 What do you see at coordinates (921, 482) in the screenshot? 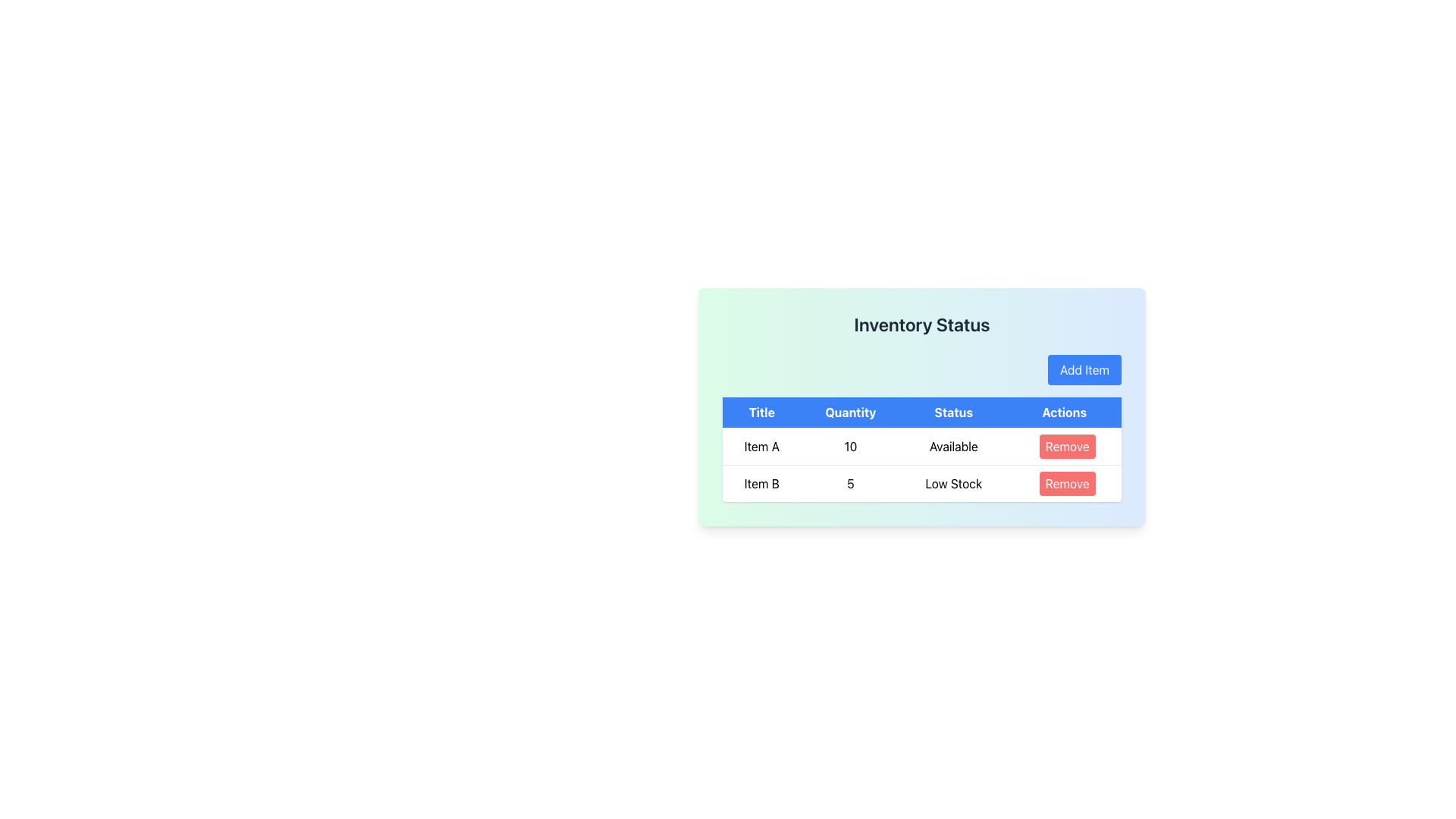
I see `the second row in the inventory list table, which displays the item 'Item B', its quantity '5', stock status 'Low Stock', and the option to 'Remove'` at bounding box center [921, 482].